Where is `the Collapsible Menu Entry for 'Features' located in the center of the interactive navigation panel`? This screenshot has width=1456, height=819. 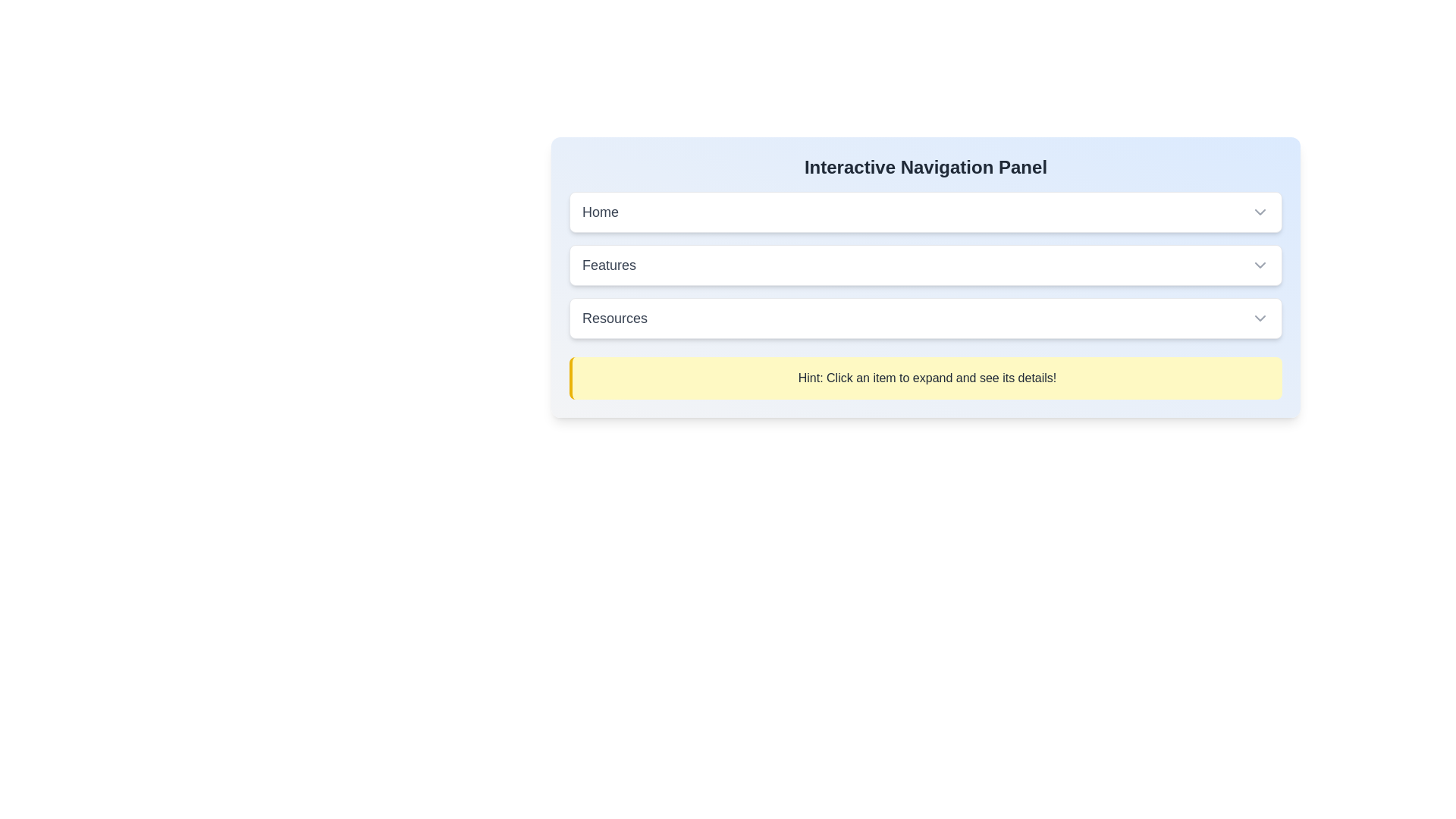
the Collapsible Menu Entry for 'Features' located in the center of the interactive navigation panel is located at coordinates (924, 265).